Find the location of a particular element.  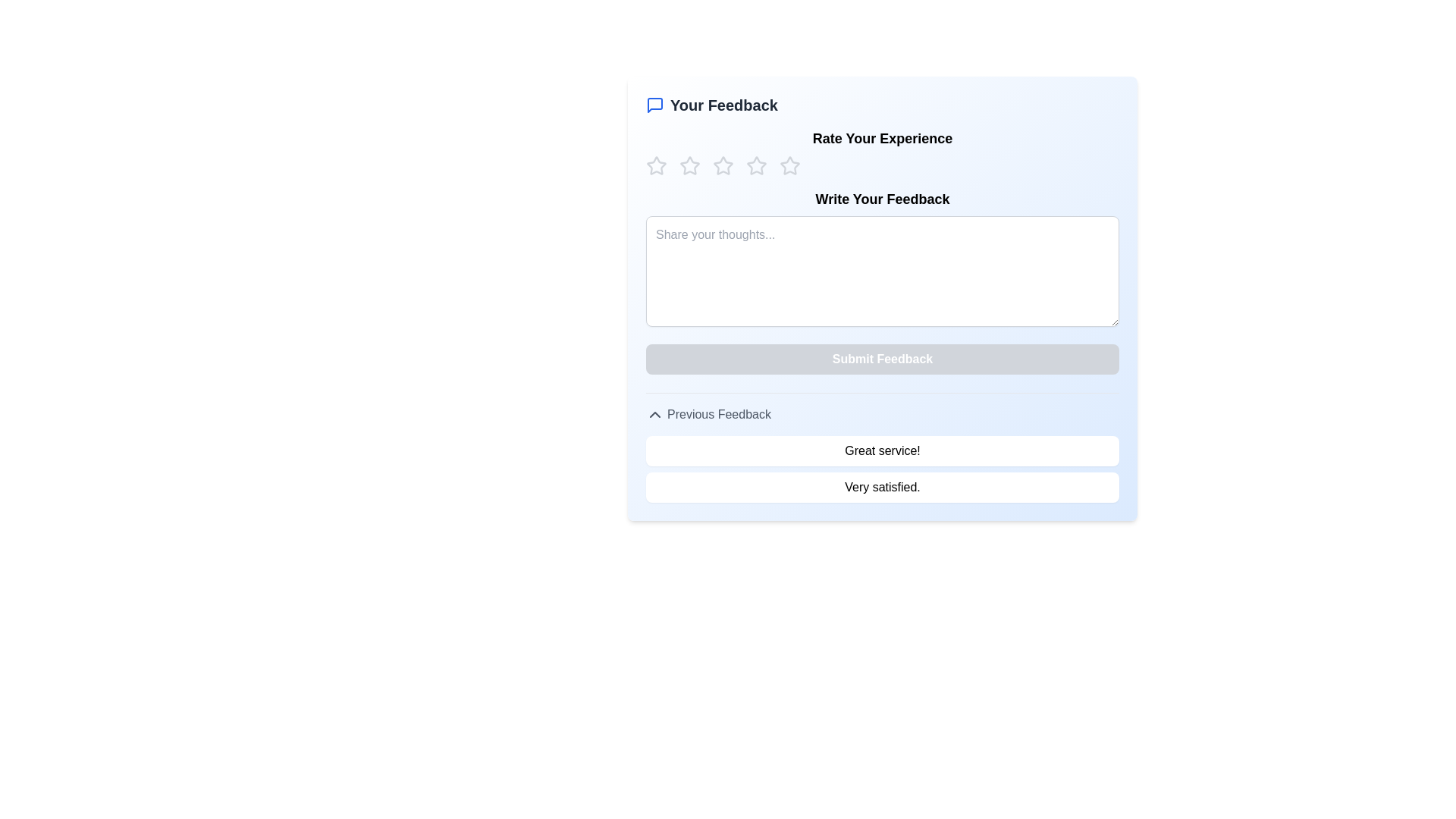

the fourth star icon in the rating section to set a four-star rating for the user's experience is located at coordinates (756, 165).